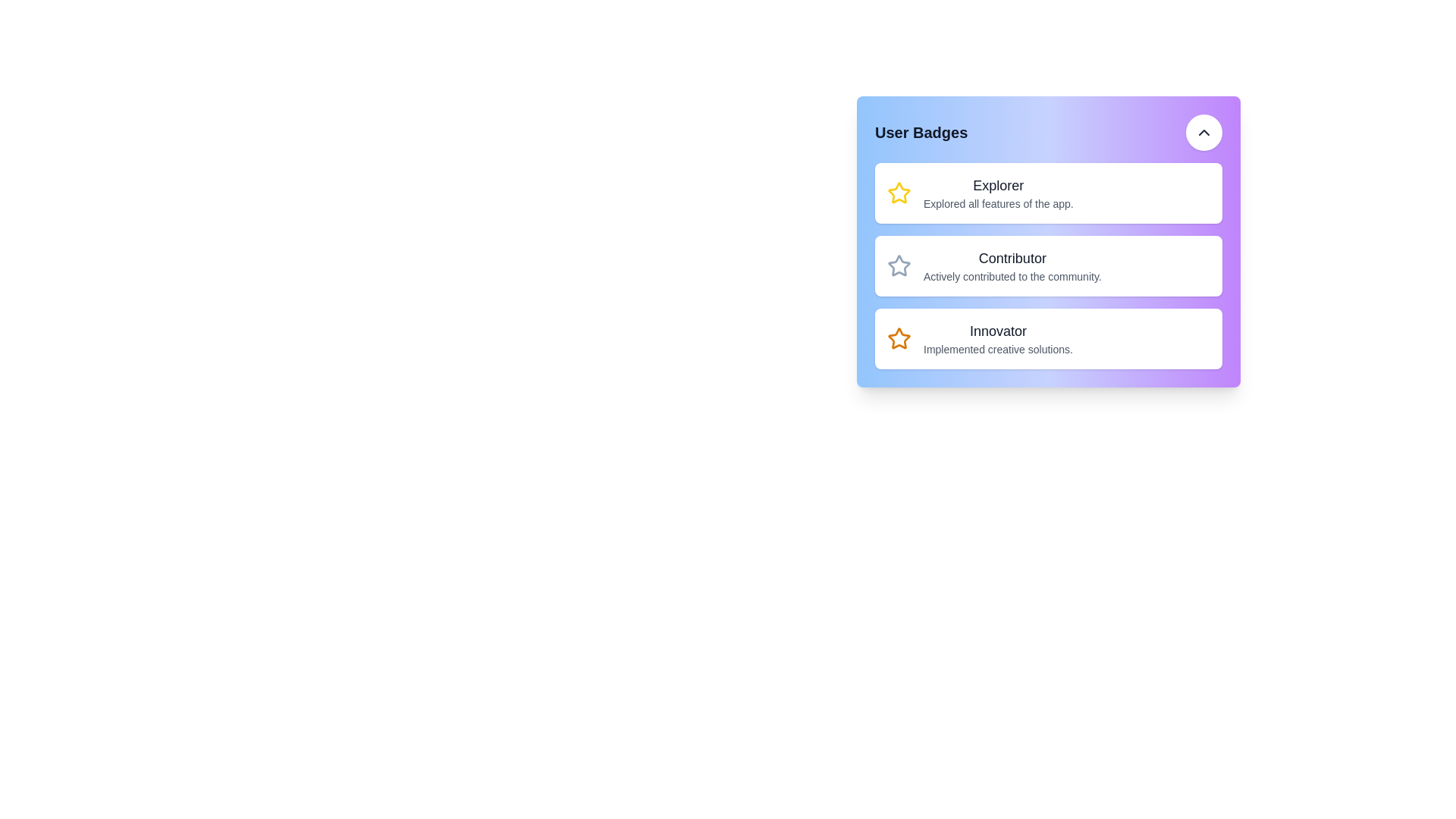  I want to click on text present in the Informational card or badge descriptor that displays 'Contributor' and 'Actively contributed to the community.', so click(1047, 265).